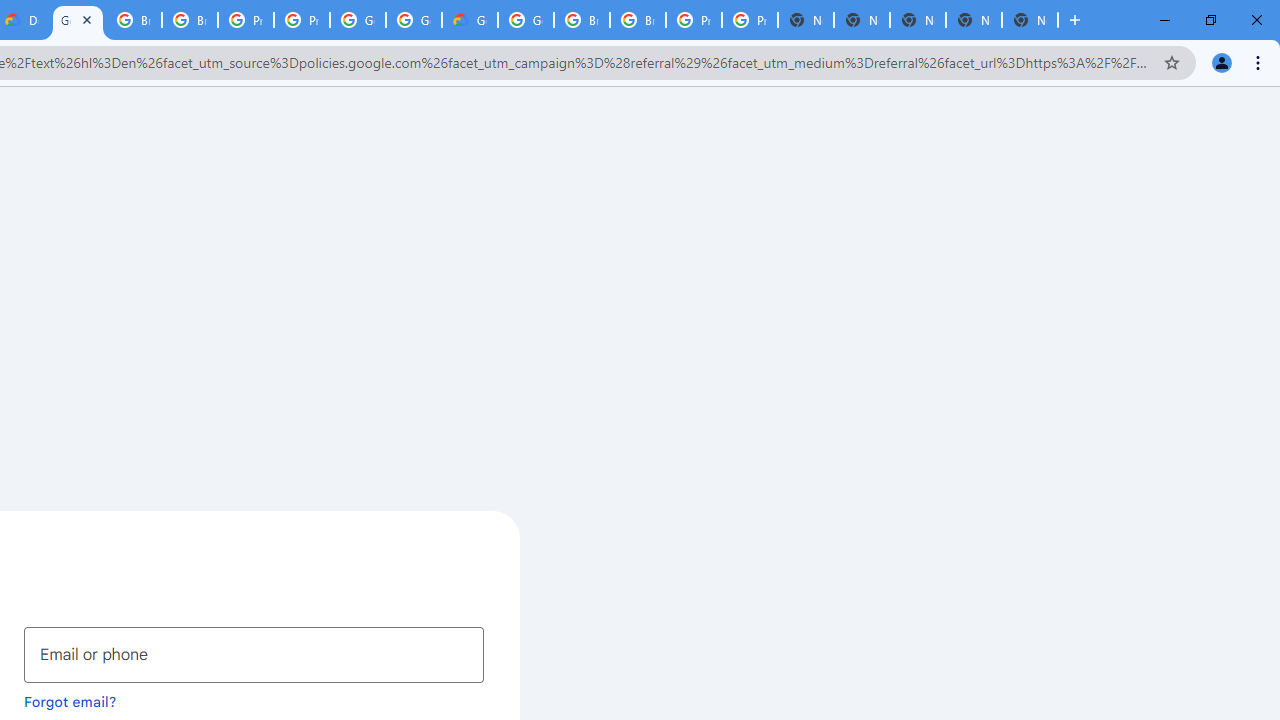 The image size is (1280, 720). What do you see at coordinates (253, 654) in the screenshot?
I see `'Email or phone'` at bounding box center [253, 654].